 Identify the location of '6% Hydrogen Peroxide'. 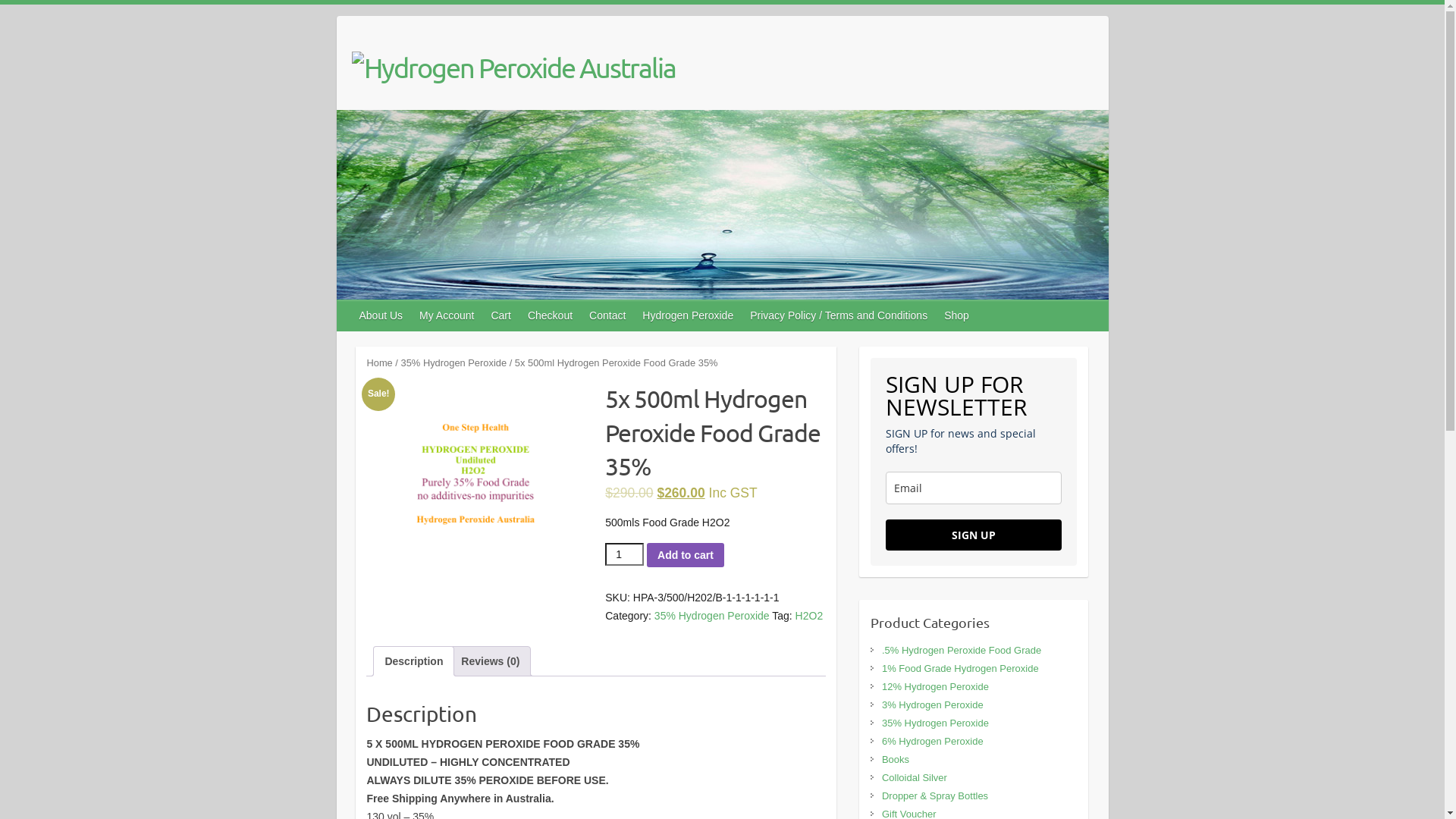
(931, 740).